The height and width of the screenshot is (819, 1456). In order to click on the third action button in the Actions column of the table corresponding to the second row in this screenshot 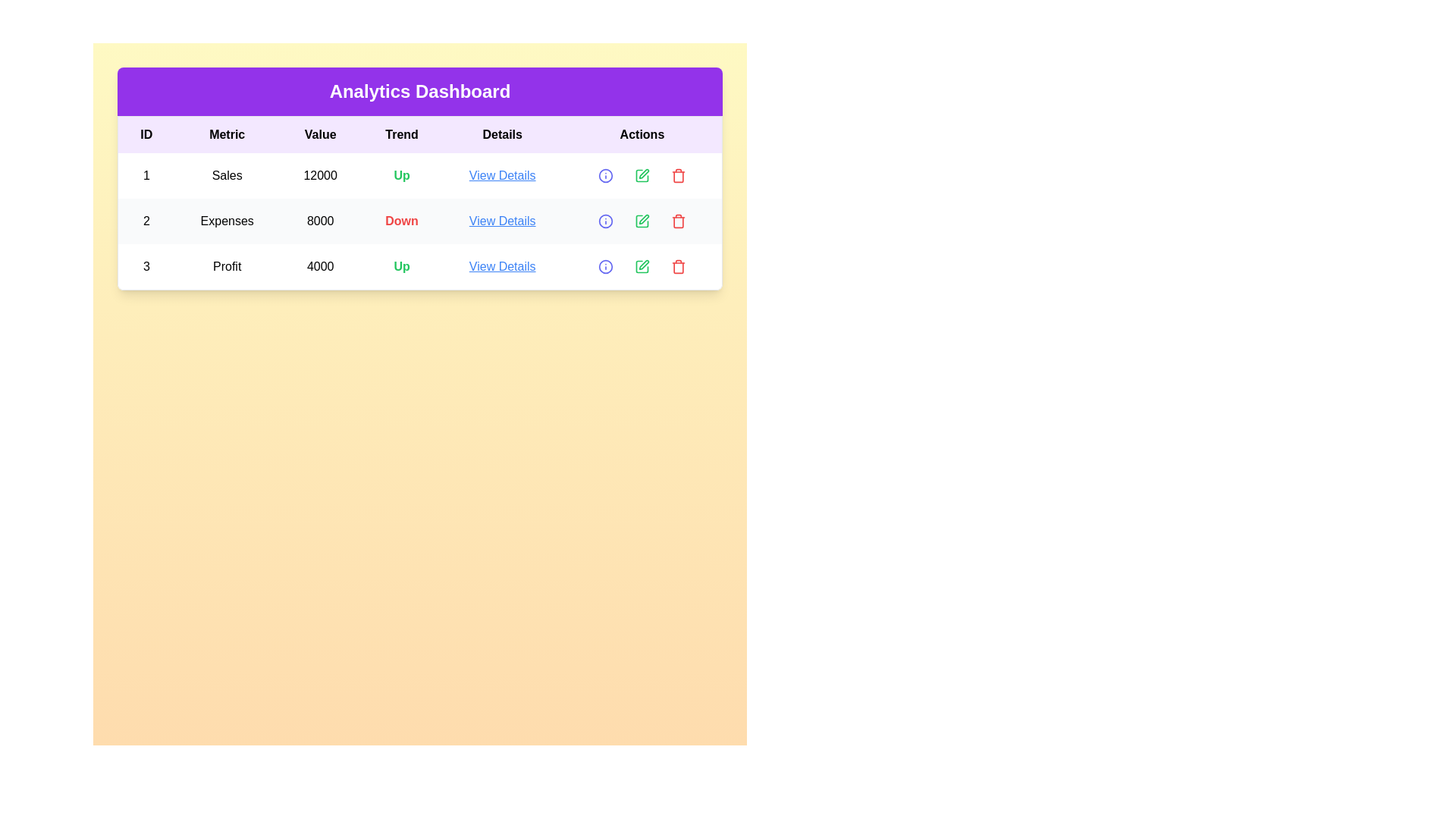, I will do `click(677, 221)`.